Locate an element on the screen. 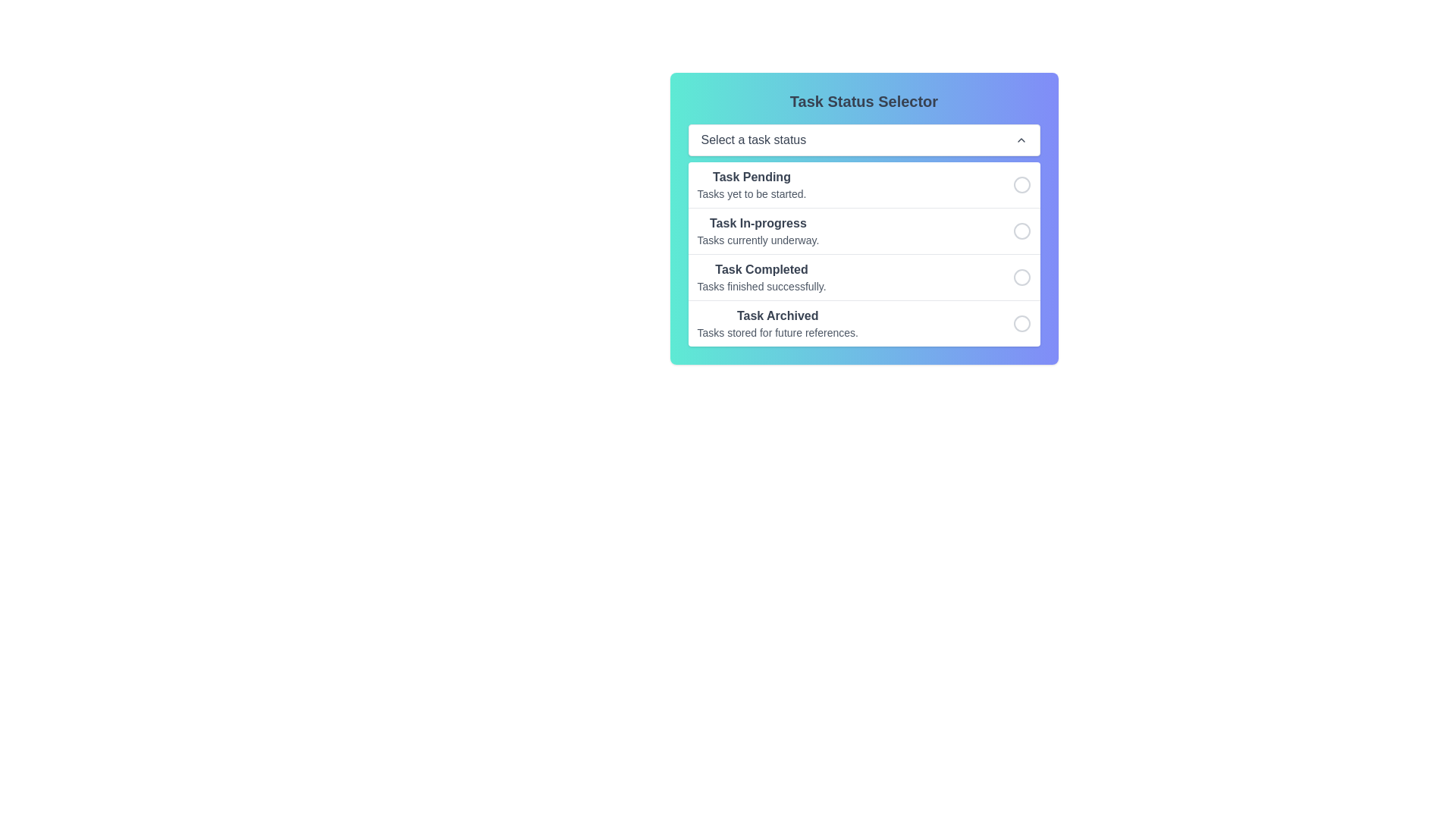  the text block that displays 'Task Pending' with the description 'Tasks yet to be started,' which is the first item in a vertical list within the task status selection interface is located at coordinates (752, 184).